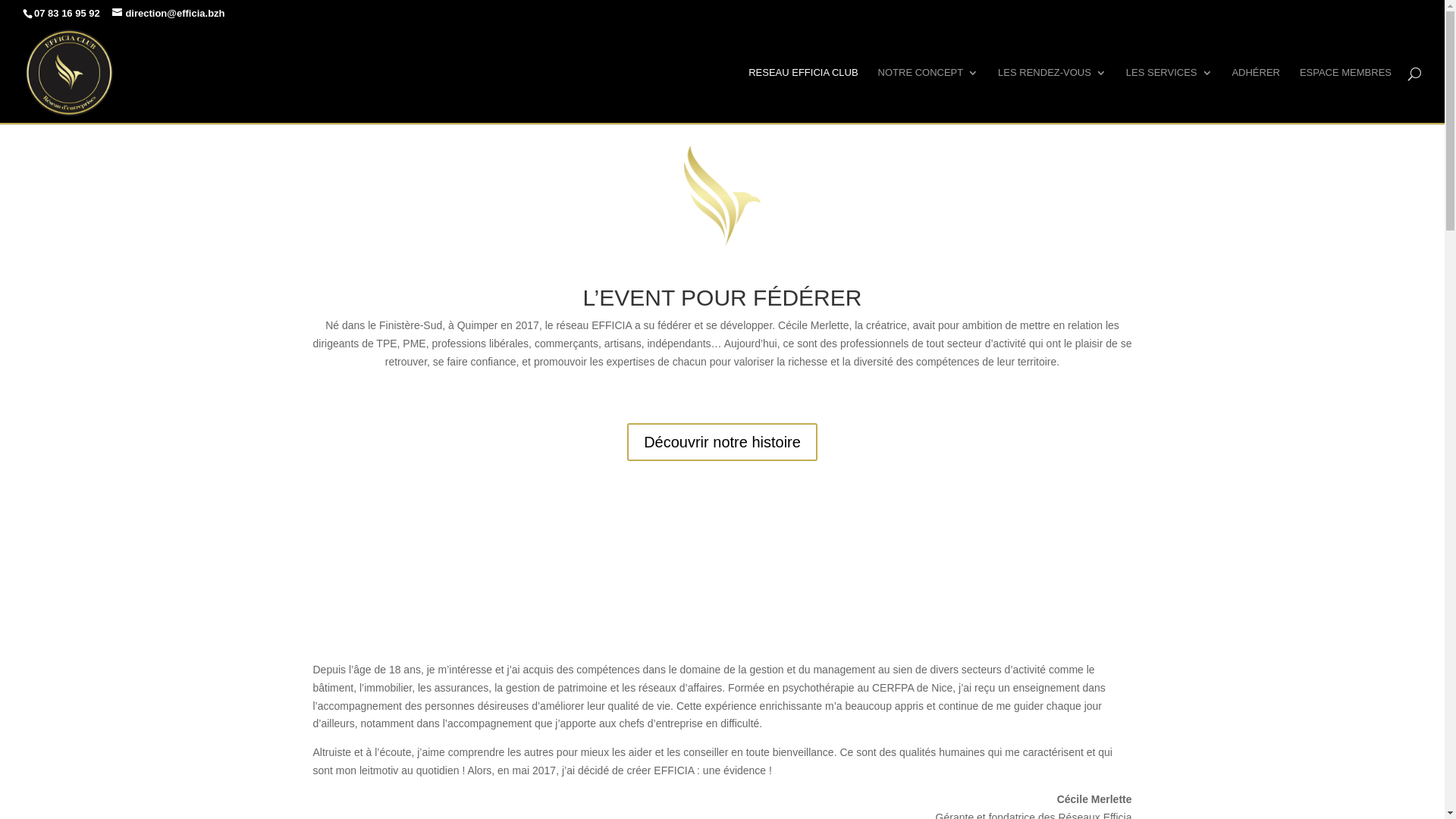 Image resolution: width=1456 pixels, height=819 pixels. I want to click on 'direction@efficia.bzh', so click(111, 13).